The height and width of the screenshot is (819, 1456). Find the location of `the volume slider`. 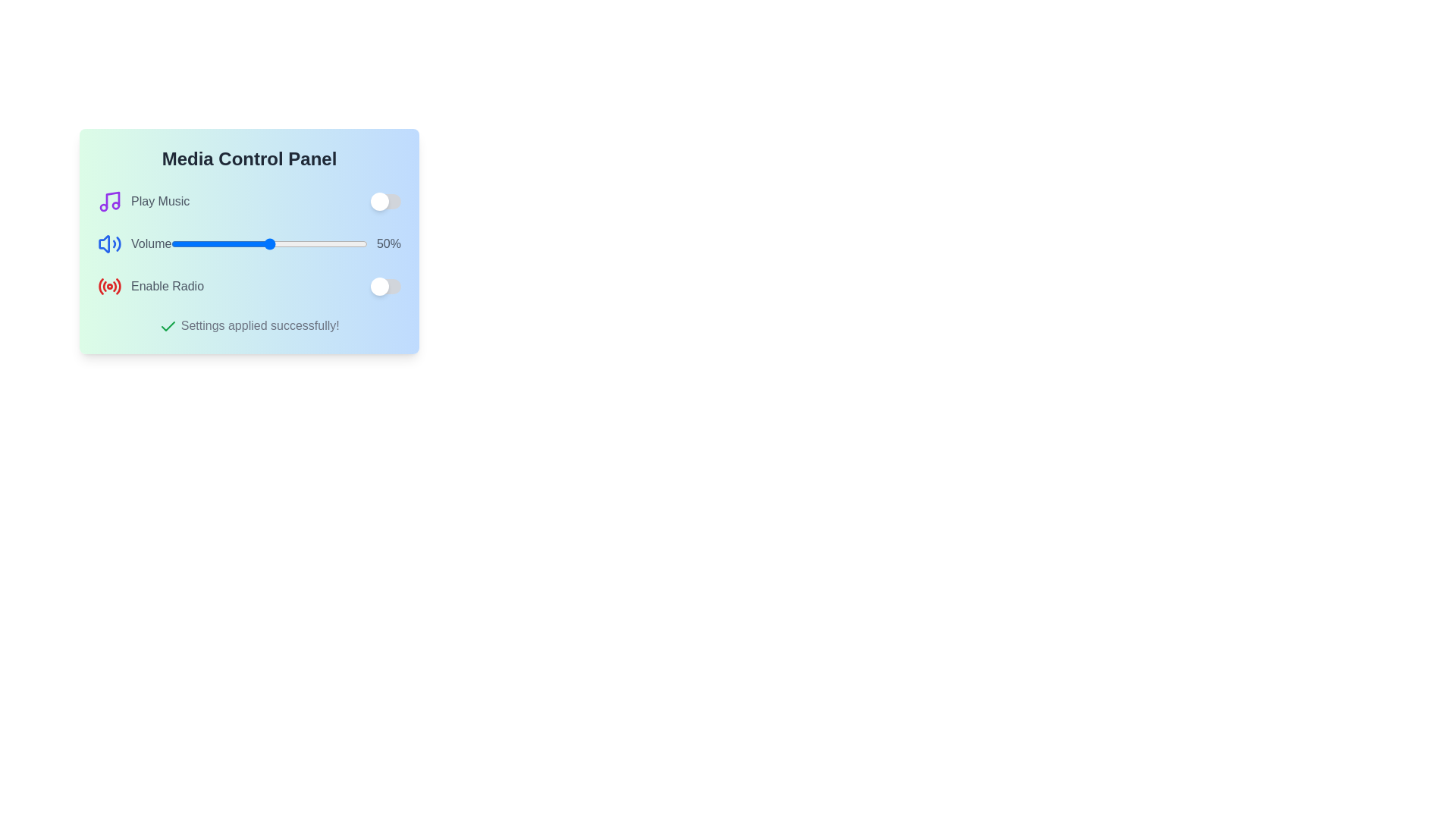

the volume slider is located at coordinates (179, 243).